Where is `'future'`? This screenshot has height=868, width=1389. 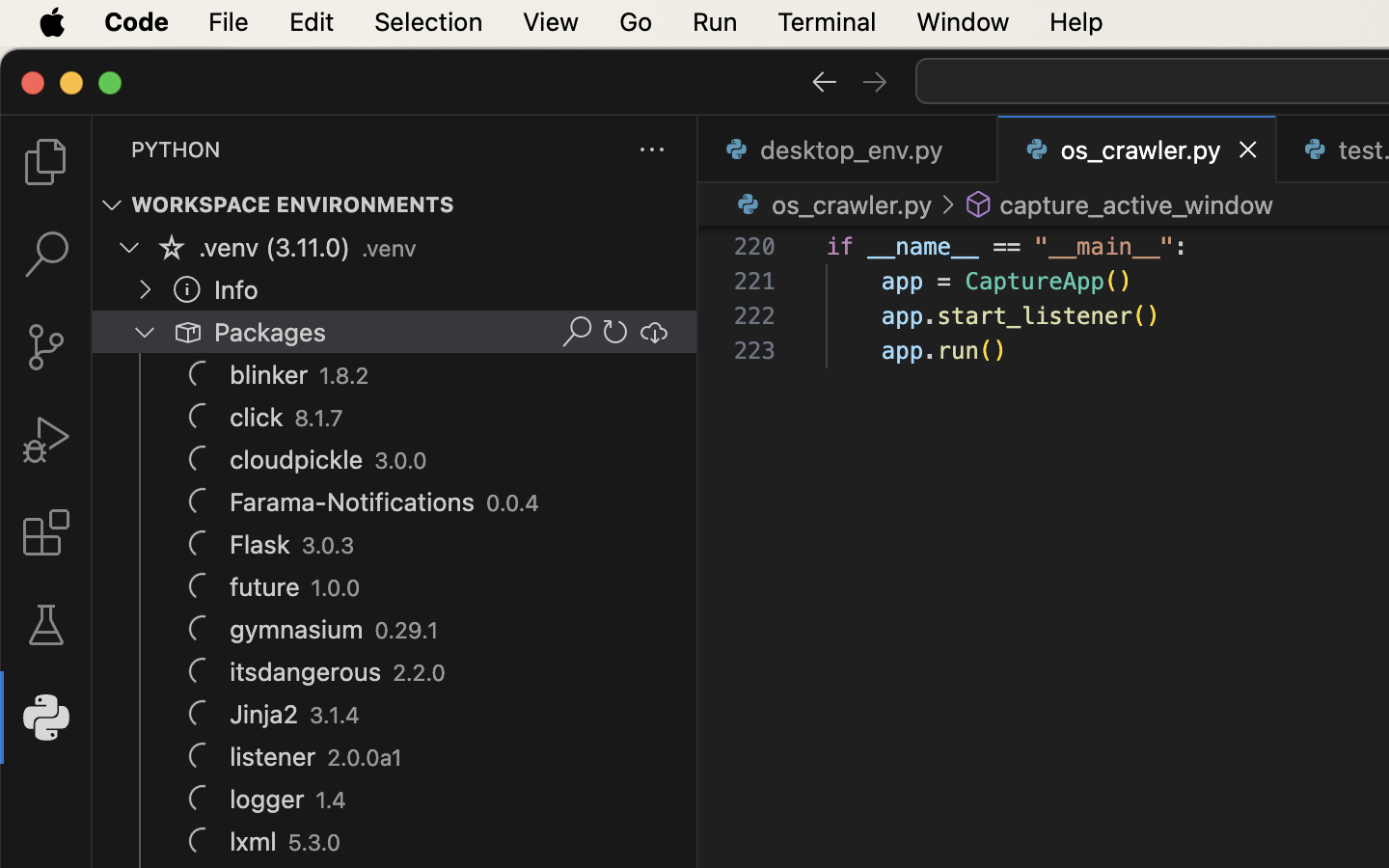 'future' is located at coordinates (264, 587).